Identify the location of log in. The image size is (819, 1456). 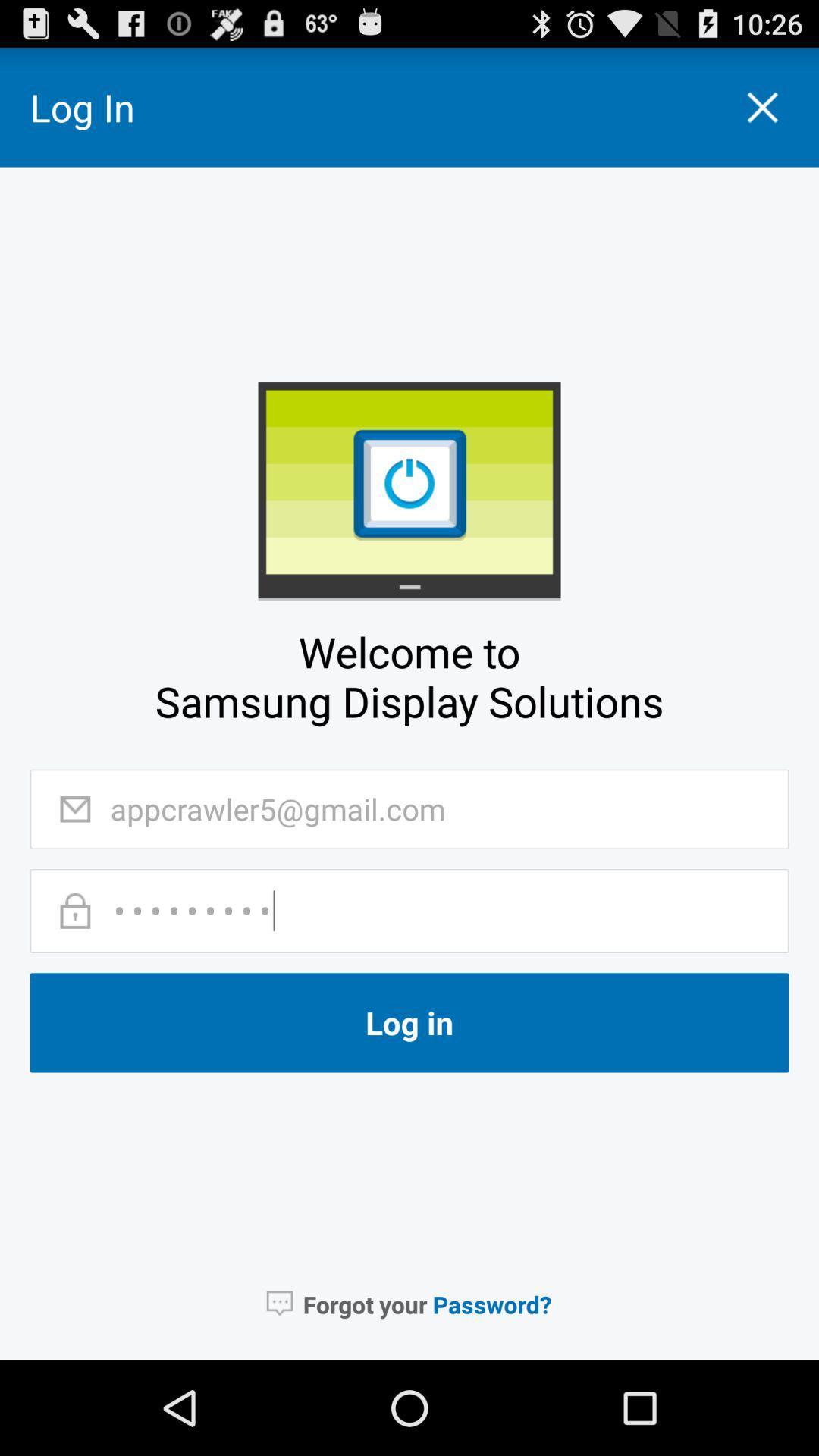
(409, 1022).